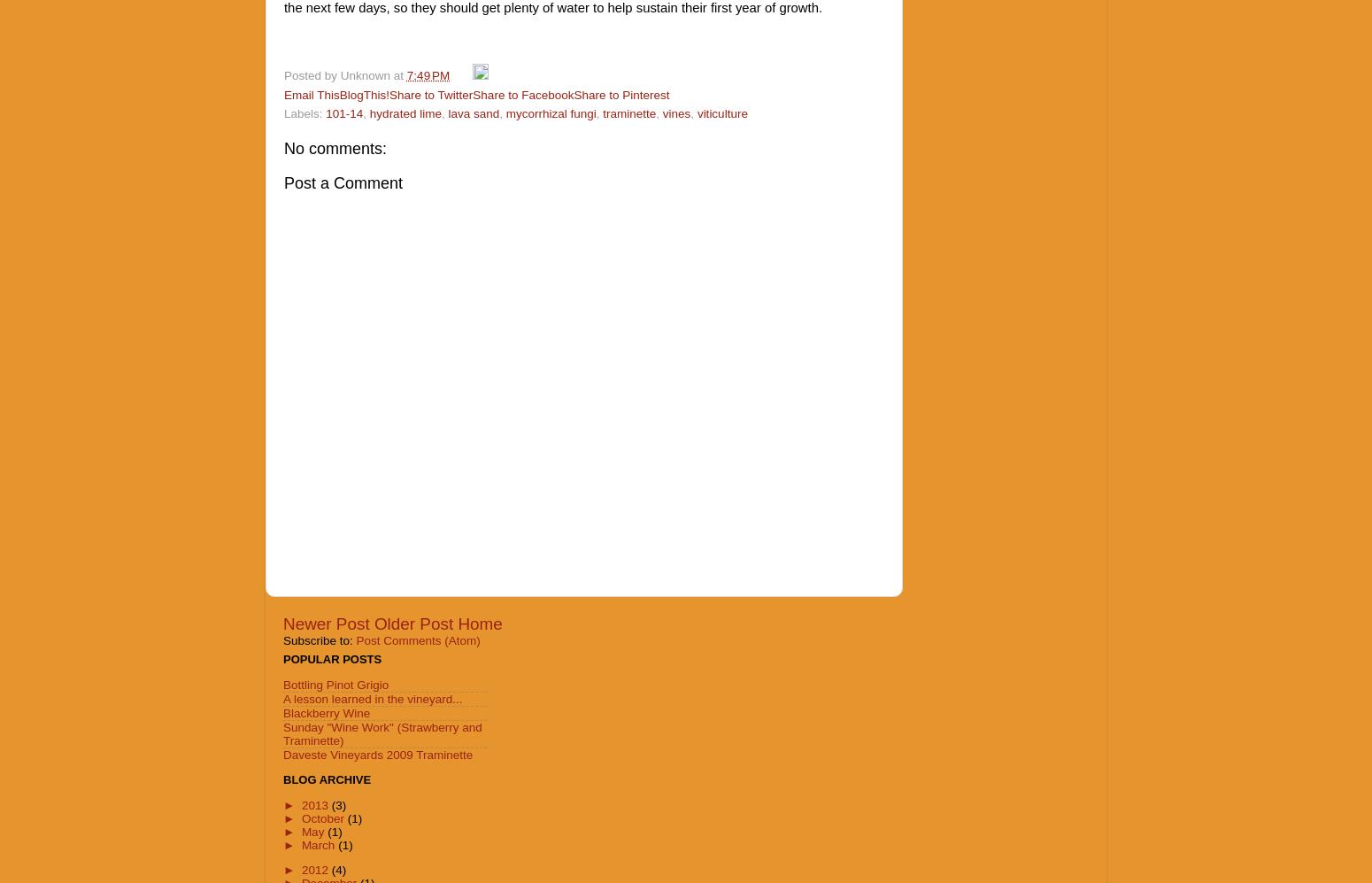 The image size is (1372, 883). What do you see at coordinates (335, 683) in the screenshot?
I see `'Bottling Pinot Grigio'` at bounding box center [335, 683].